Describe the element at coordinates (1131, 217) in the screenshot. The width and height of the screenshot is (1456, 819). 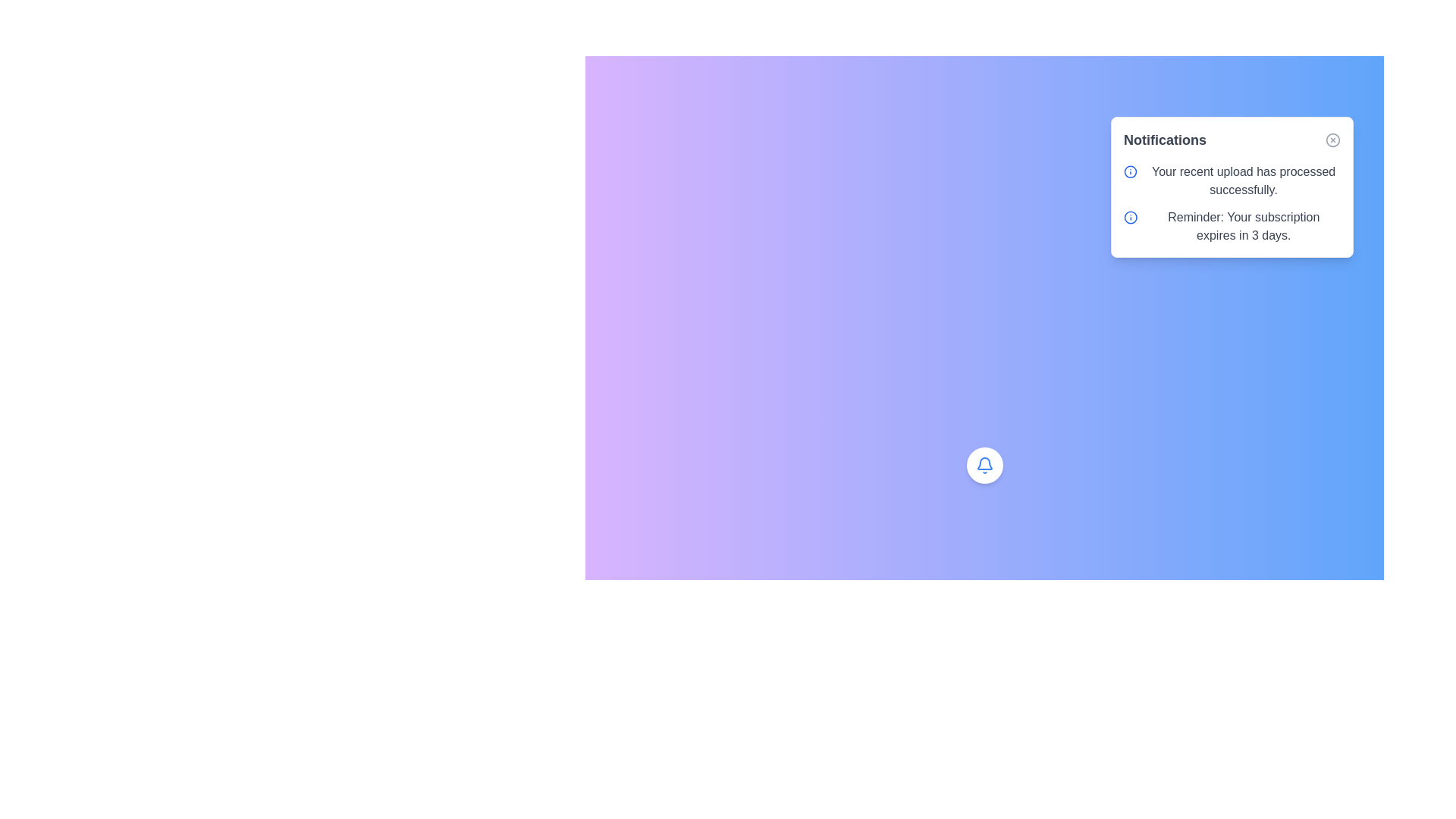
I see `the alert icon located to the left of the 'Reminder: Your subscription expires in 3 days.' text in the notification box` at that location.